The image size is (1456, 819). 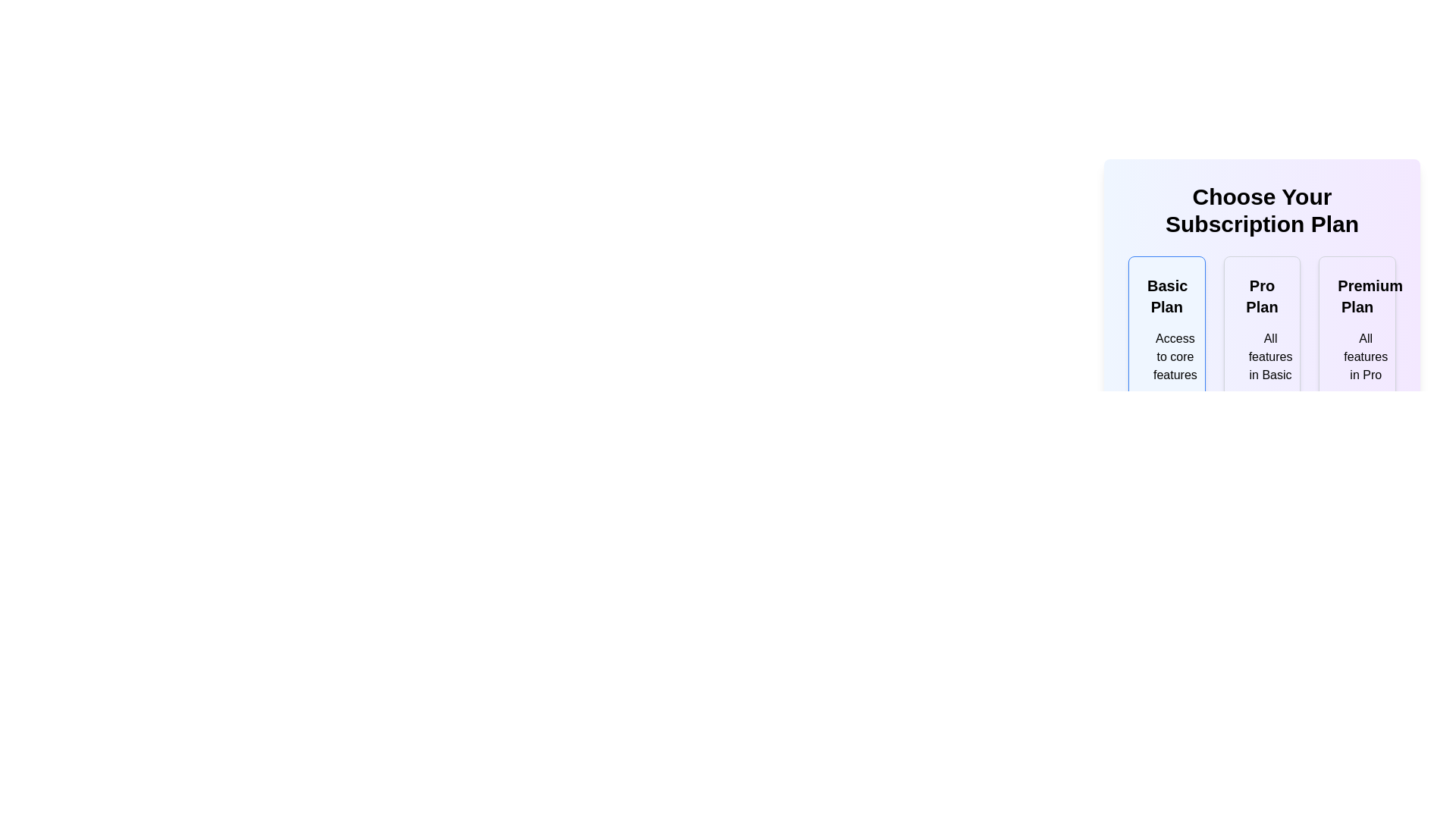 What do you see at coordinates (1262, 210) in the screenshot?
I see `the Heading text that serves as a title for the subscription selection section, which is centrally aligned and located at the top of the subscription details section` at bounding box center [1262, 210].